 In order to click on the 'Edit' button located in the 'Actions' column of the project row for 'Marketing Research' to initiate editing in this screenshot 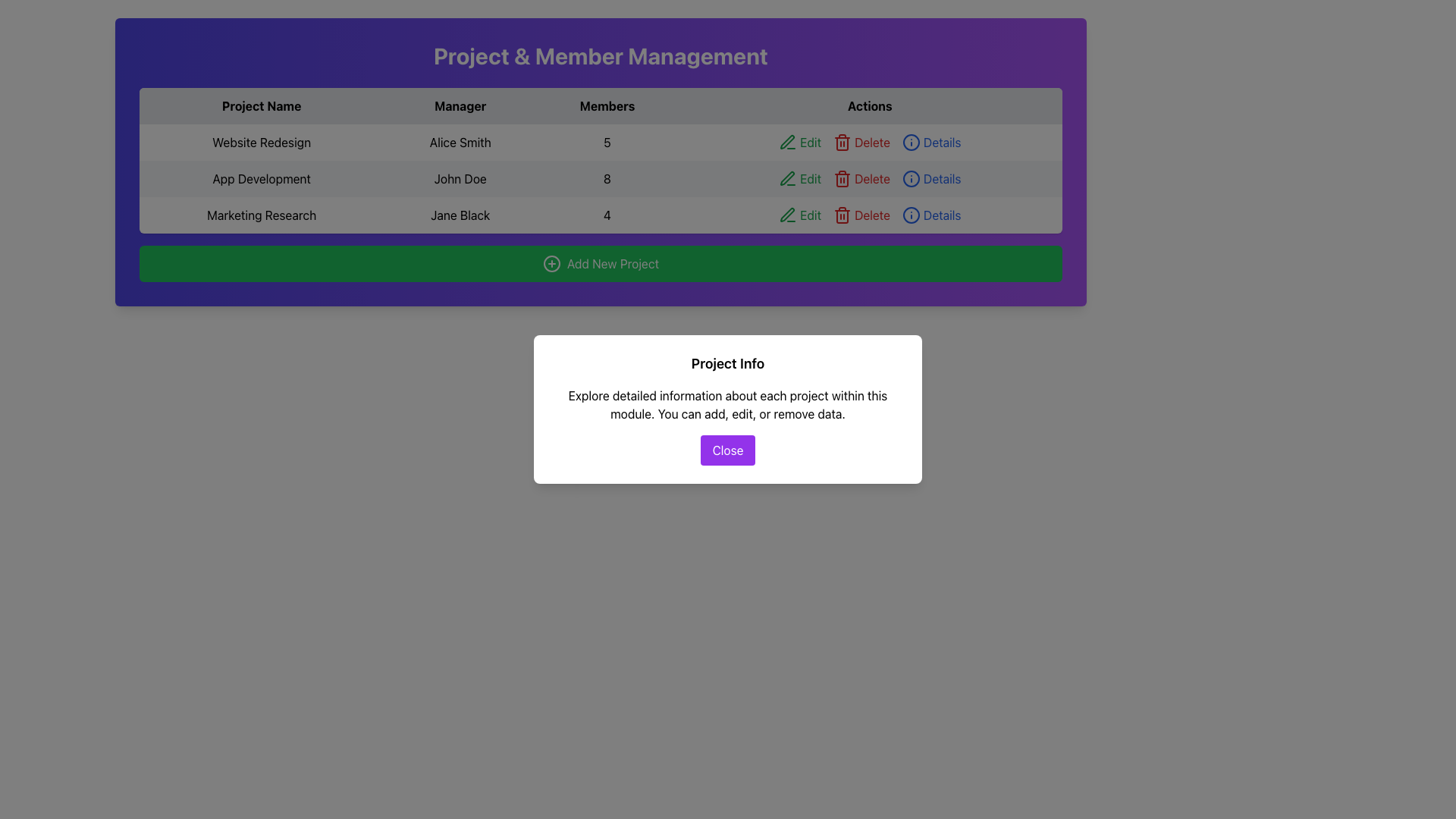, I will do `click(799, 215)`.